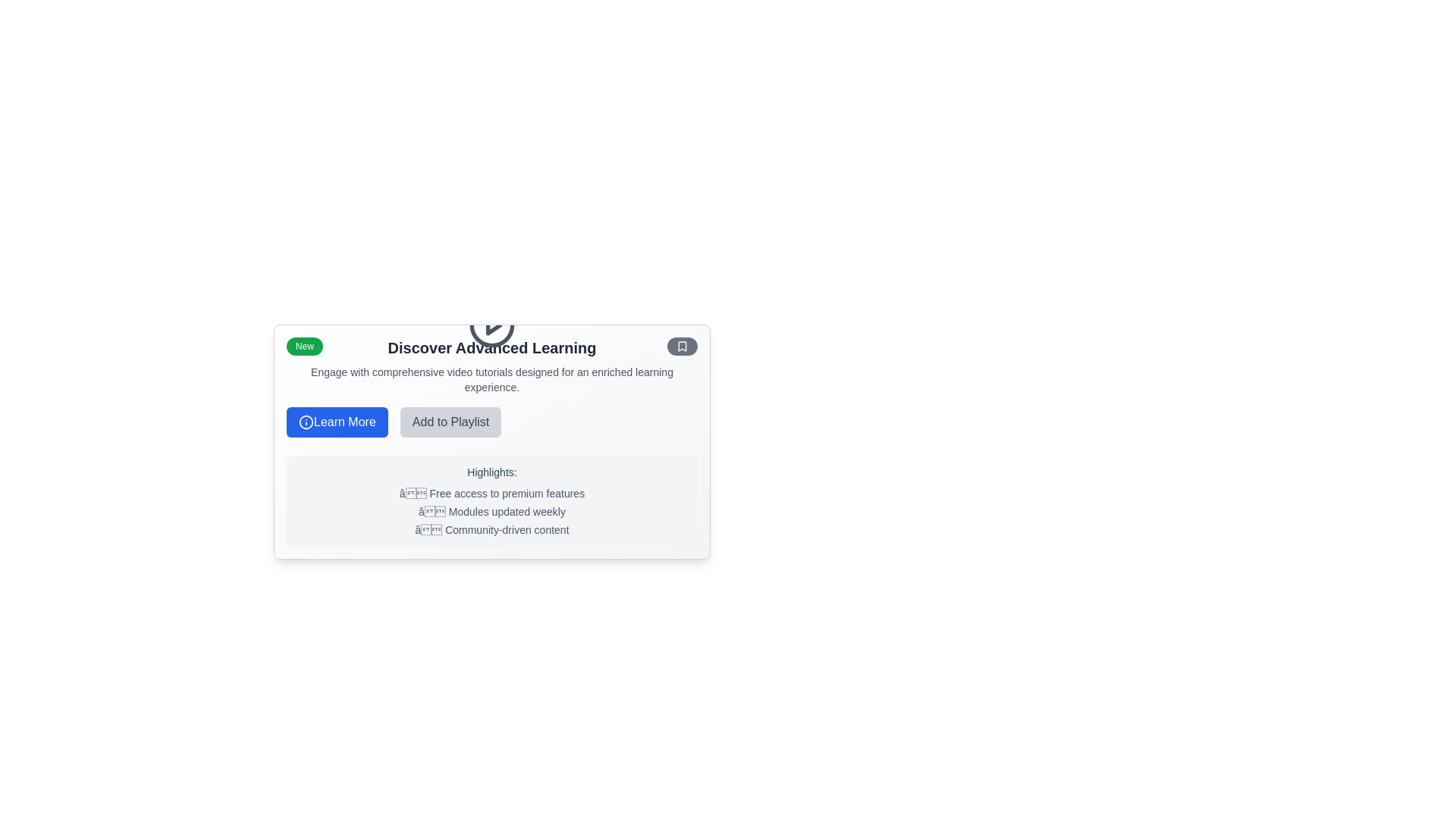 Image resolution: width=1456 pixels, height=819 pixels. Describe the element at coordinates (494, 324) in the screenshot. I see `the polygonal shape within the SVG graphical component that serves as a visual indicator for the play button in the header section above the 'Discover Advanced Learning' title` at that location.